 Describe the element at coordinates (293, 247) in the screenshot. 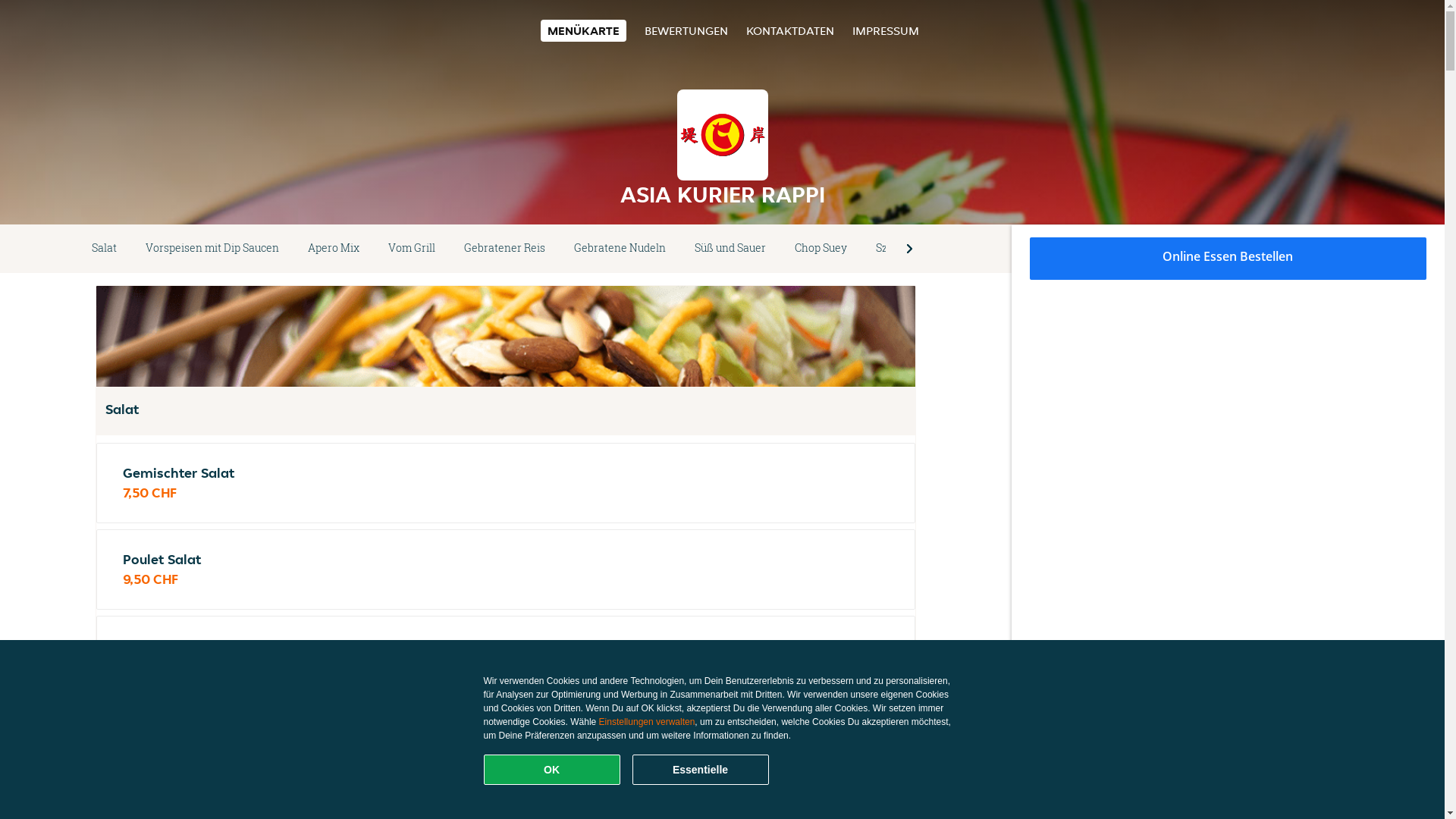

I see `'Apero Mix'` at that location.